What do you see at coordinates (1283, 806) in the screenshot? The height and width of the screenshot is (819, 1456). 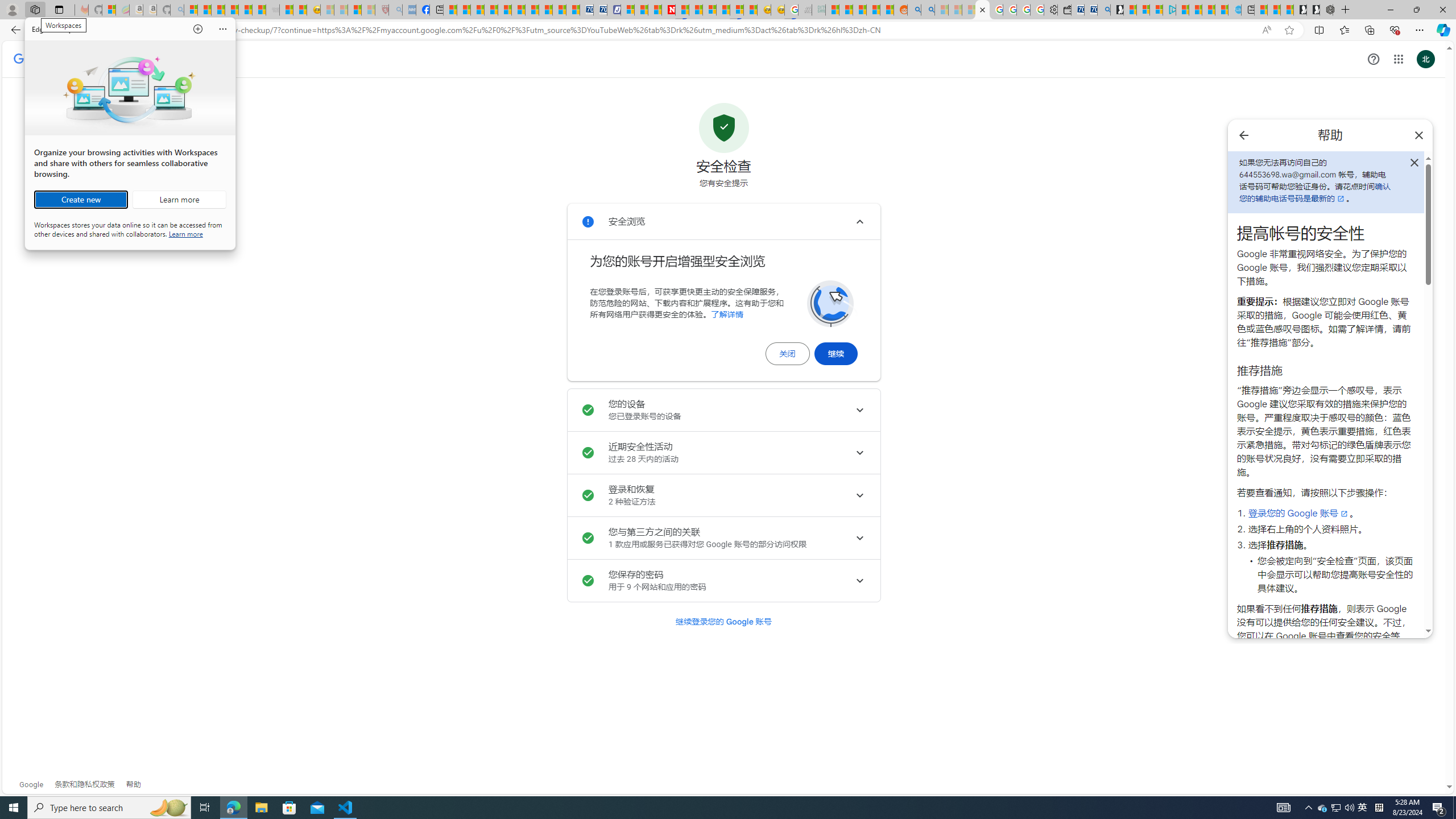 I see `'AutomationID: 4105'` at bounding box center [1283, 806].